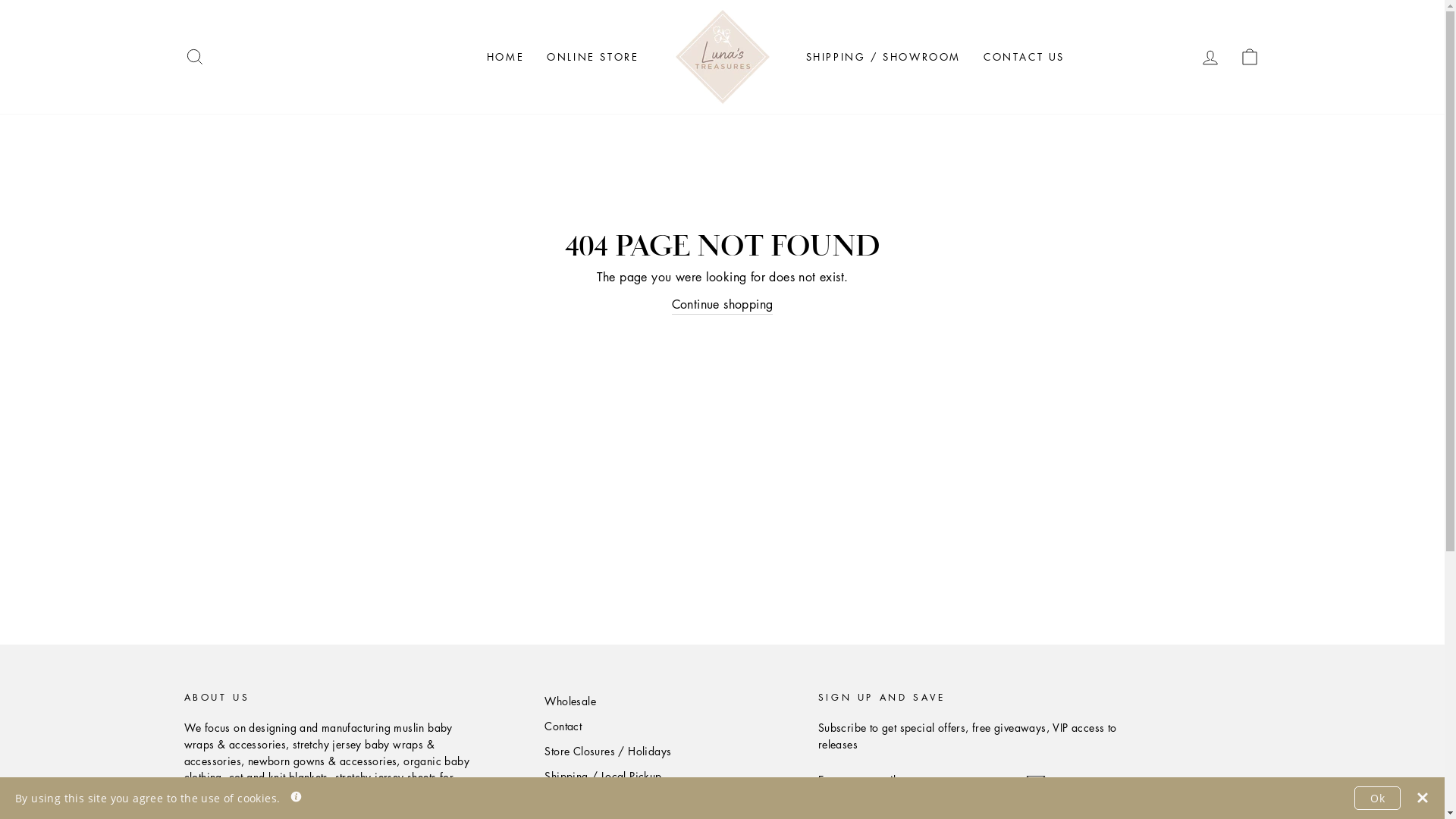 The height and width of the screenshot is (819, 1456). Describe the element at coordinates (602, 776) in the screenshot. I see `'Shipping / Local Pickup'` at that location.